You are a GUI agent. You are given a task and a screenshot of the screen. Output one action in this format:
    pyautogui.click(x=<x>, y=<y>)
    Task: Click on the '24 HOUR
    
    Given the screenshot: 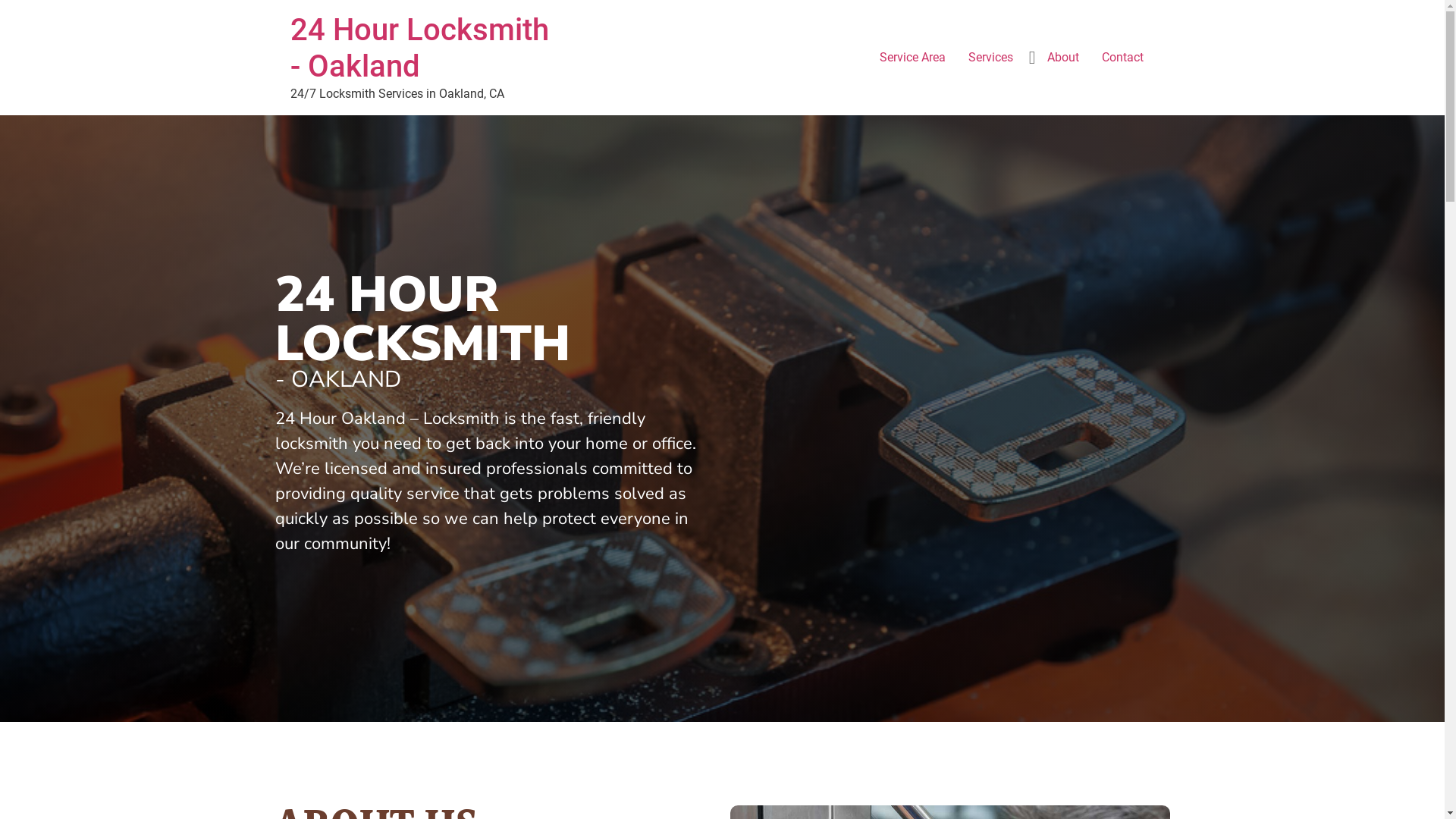 What is the action you would take?
    pyautogui.click(x=274, y=318)
    